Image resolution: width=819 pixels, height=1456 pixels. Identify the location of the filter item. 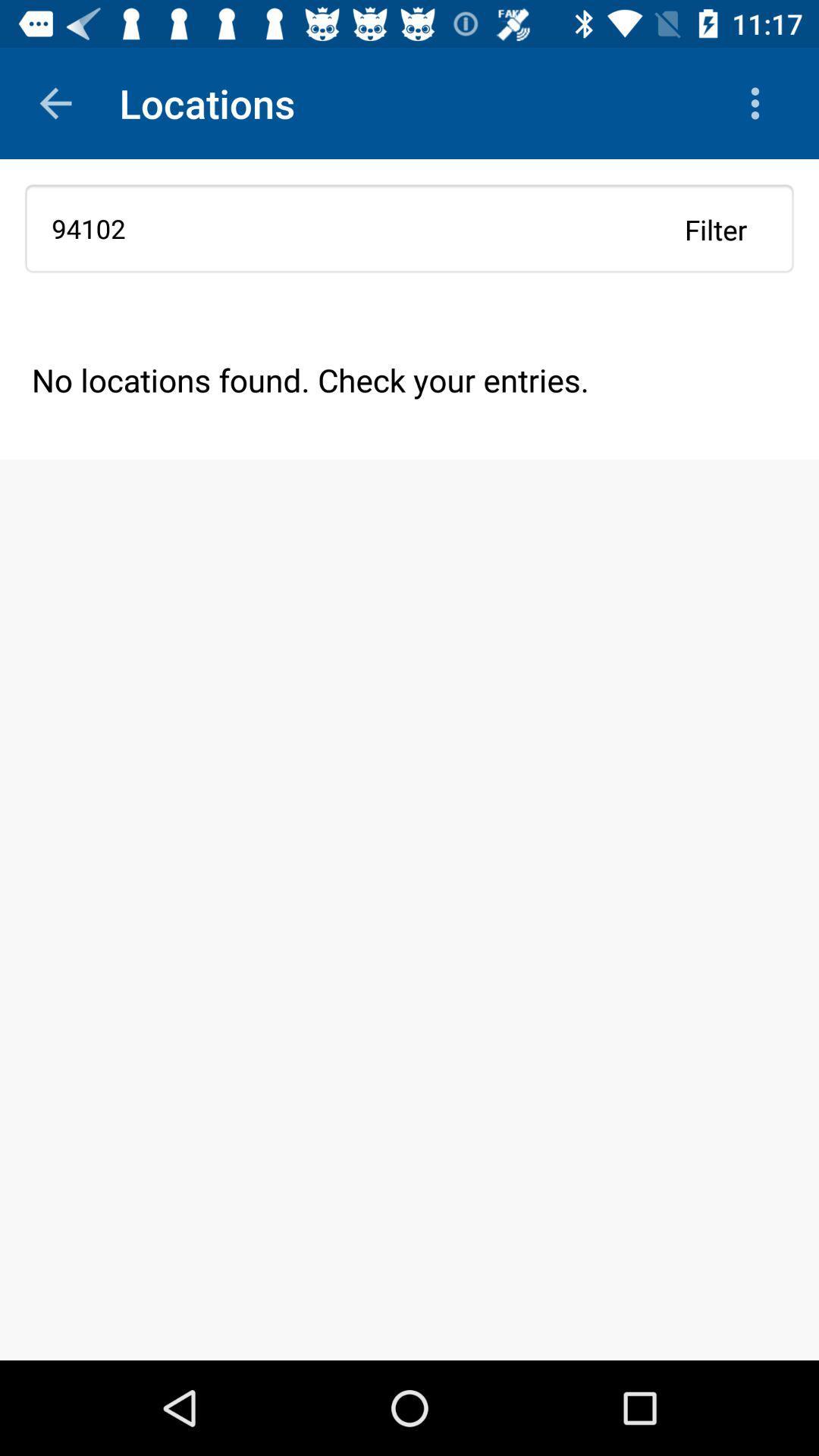
(716, 228).